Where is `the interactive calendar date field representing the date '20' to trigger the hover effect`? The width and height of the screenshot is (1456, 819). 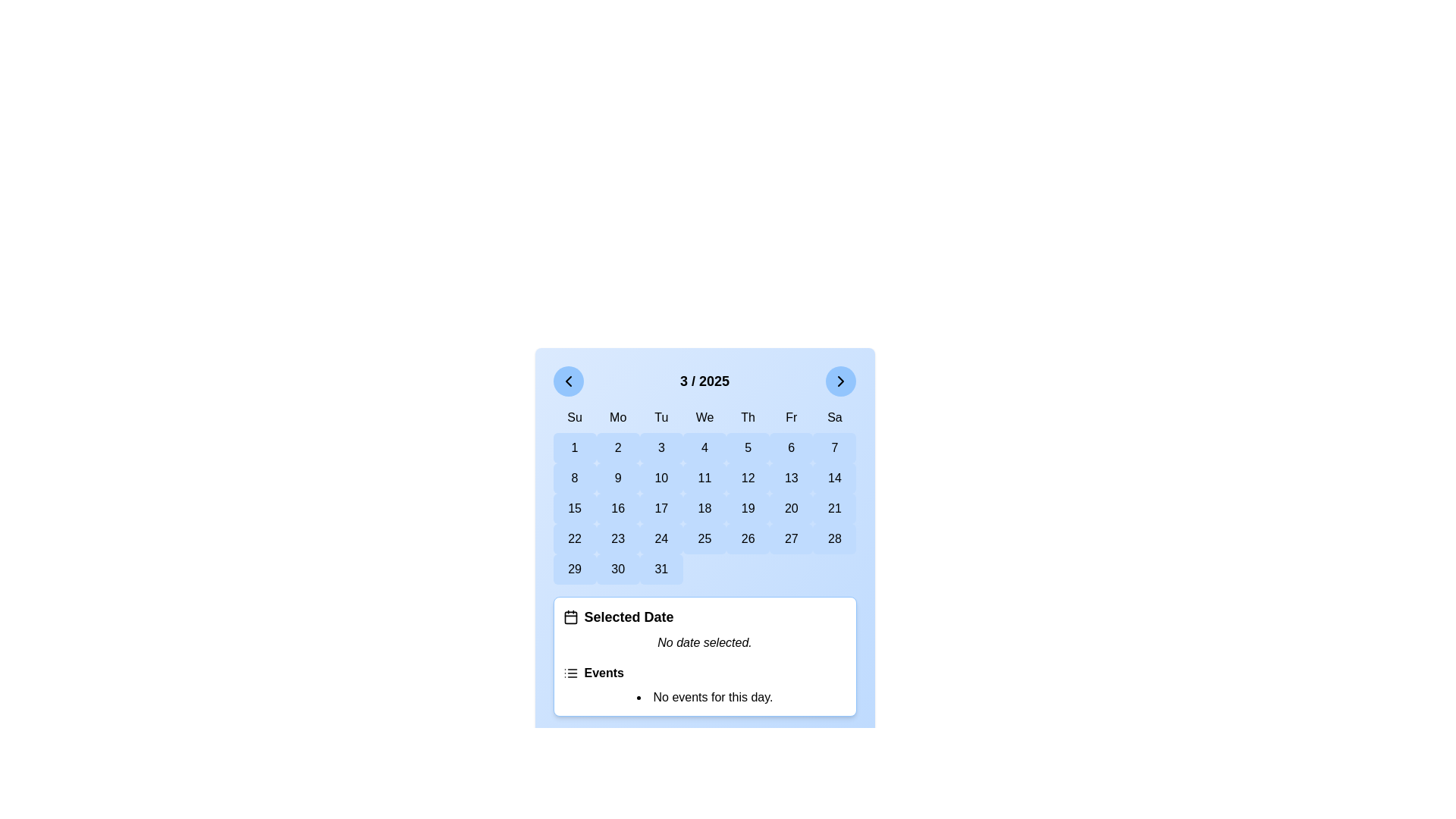
the interactive calendar date field representing the date '20' to trigger the hover effect is located at coordinates (790, 509).